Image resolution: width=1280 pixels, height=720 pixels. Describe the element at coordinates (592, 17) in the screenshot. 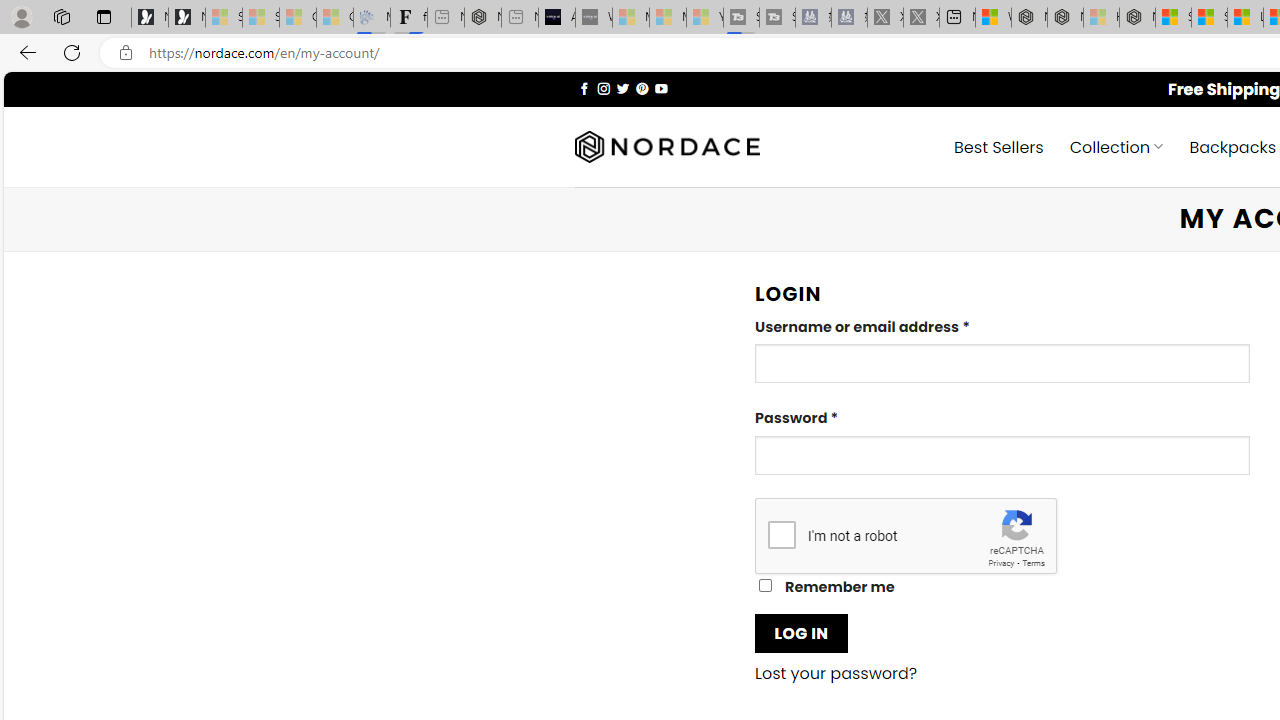

I see `'What'` at that location.